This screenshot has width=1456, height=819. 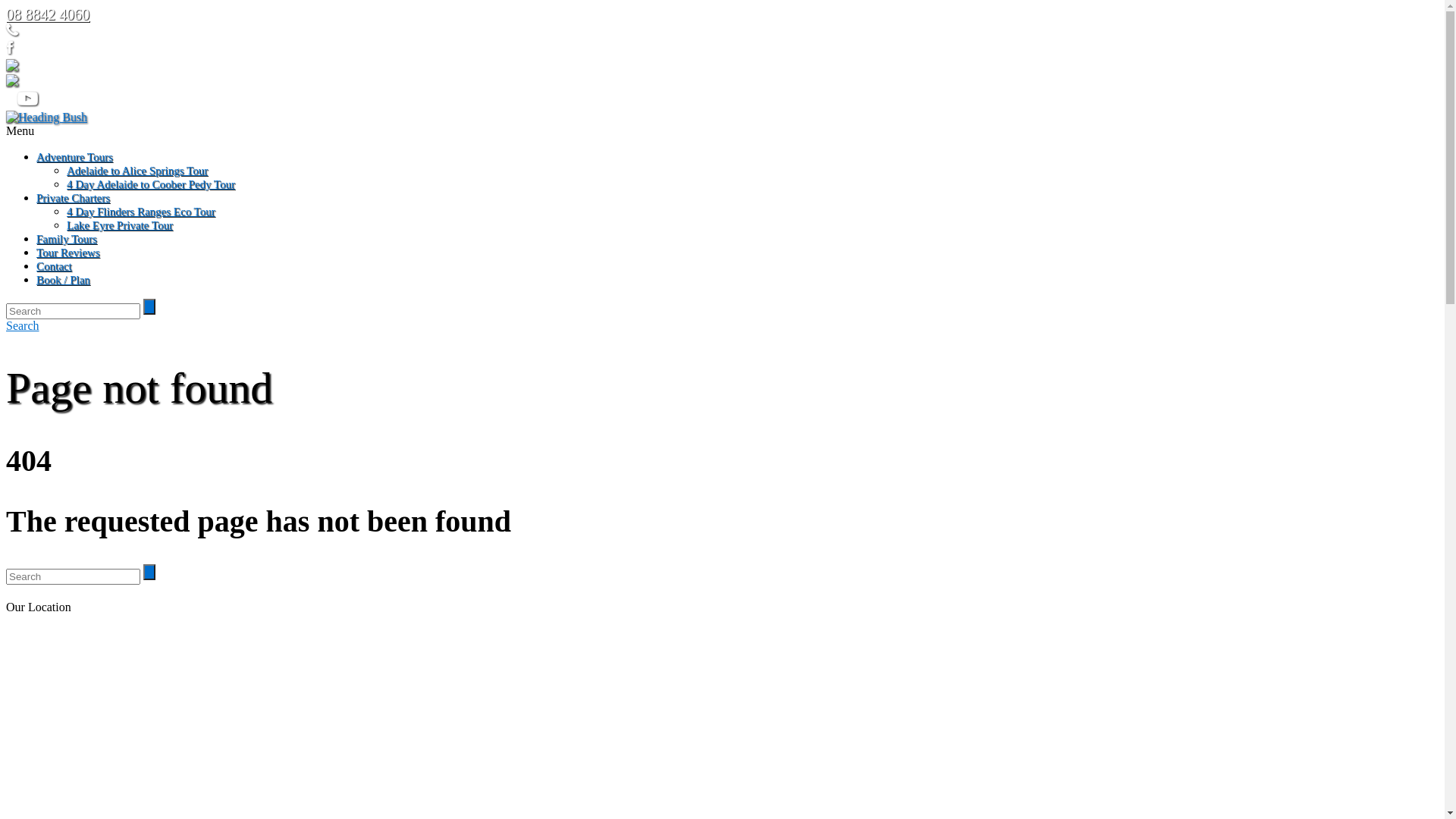 What do you see at coordinates (62, 280) in the screenshot?
I see `'Book / Plan'` at bounding box center [62, 280].